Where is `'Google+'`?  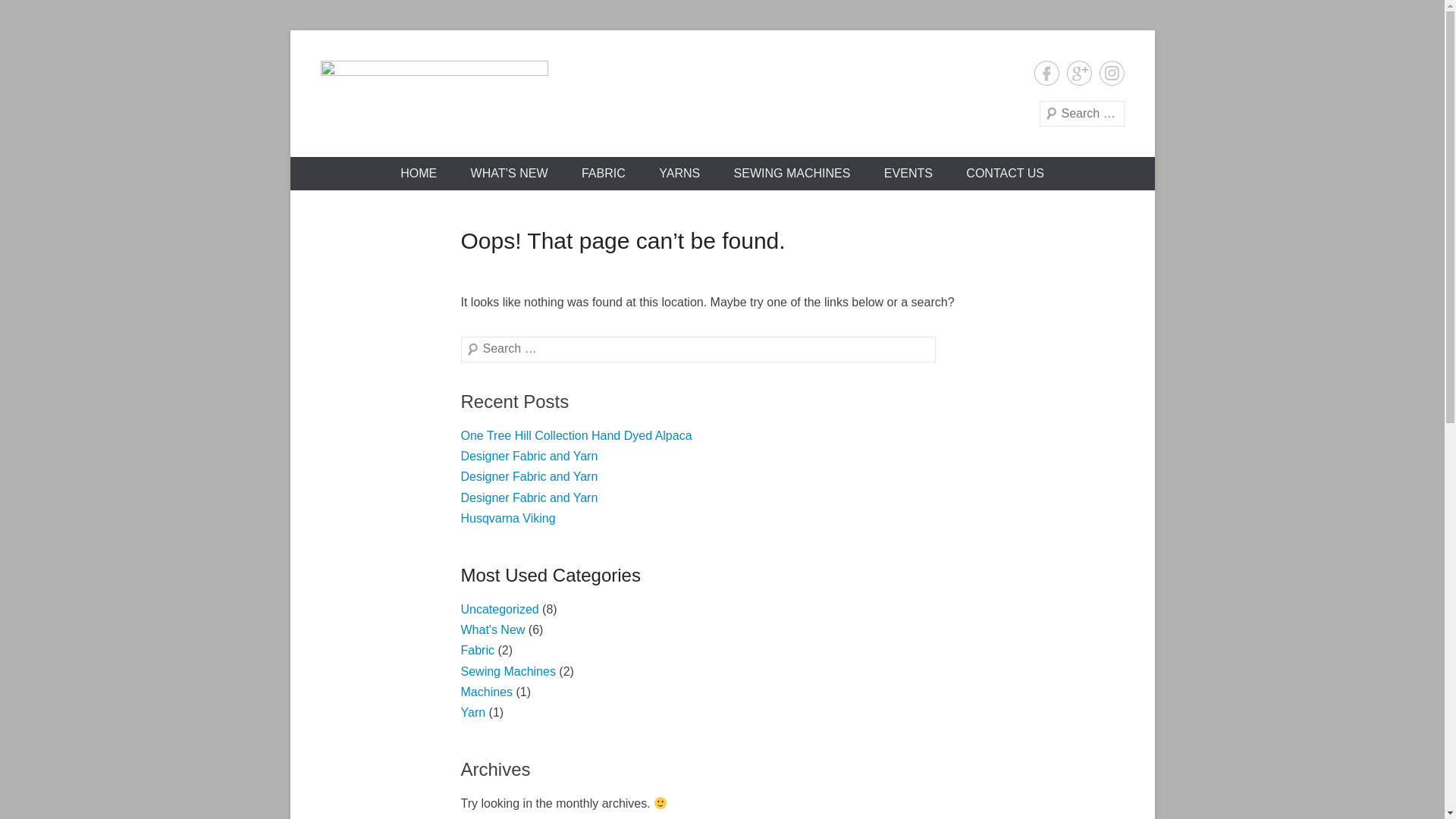 'Google+' is located at coordinates (1078, 73).